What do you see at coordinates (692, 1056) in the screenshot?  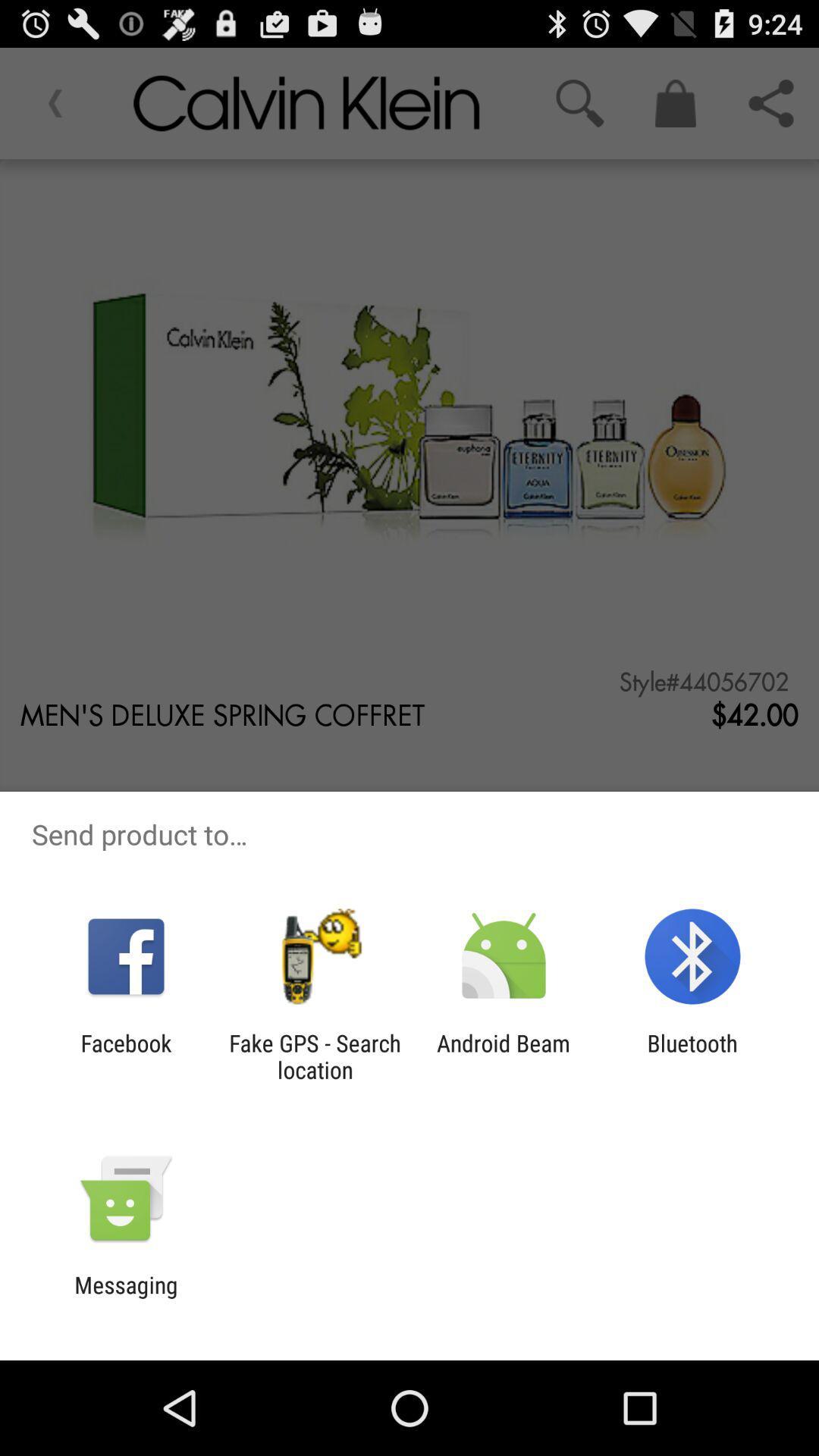 I see `icon to the right of android beam app` at bounding box center [692, 1056].